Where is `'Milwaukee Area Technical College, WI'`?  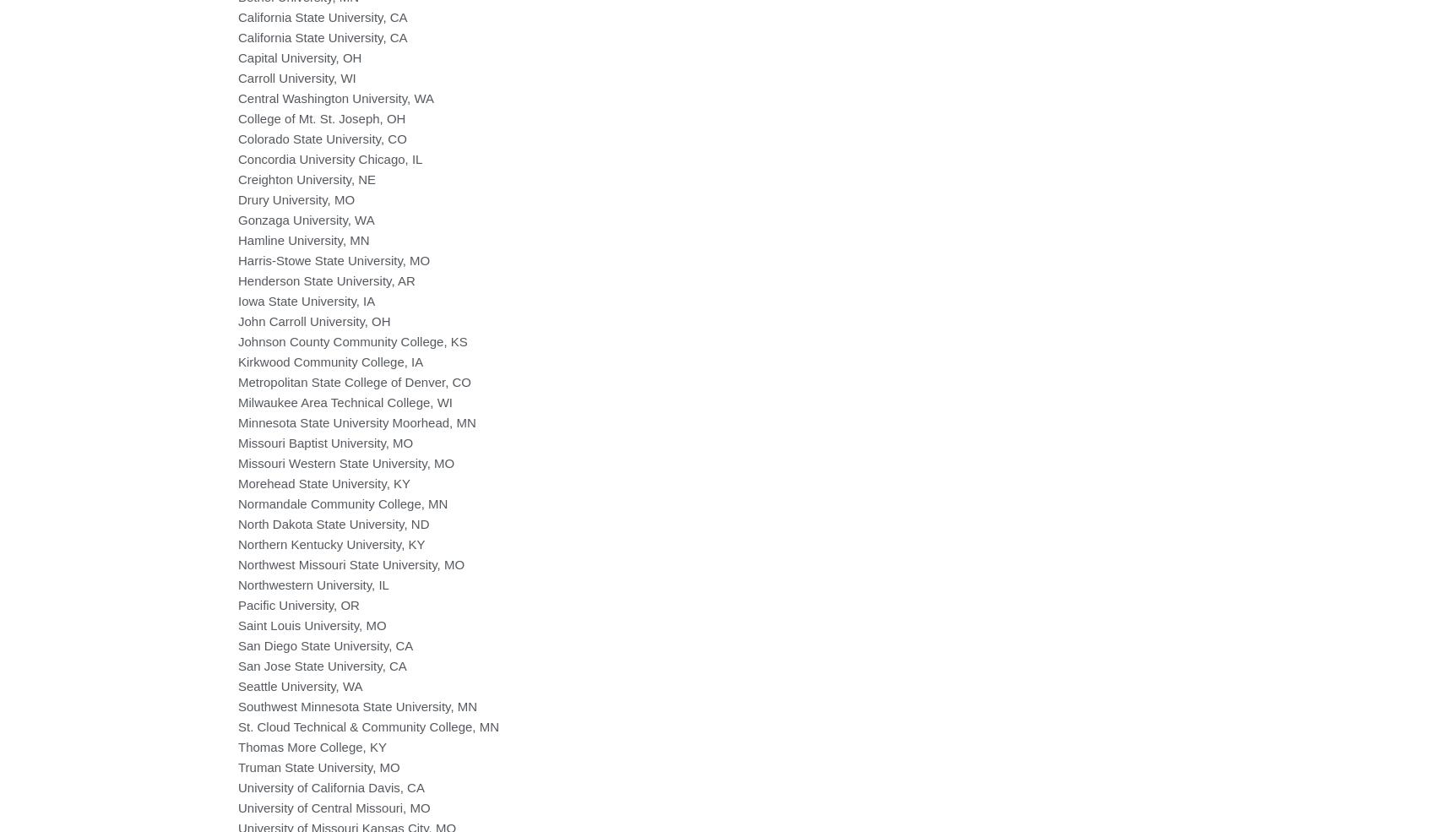 'Milwaukee Area Technical College, WI' is located at coordinates (344, 400).